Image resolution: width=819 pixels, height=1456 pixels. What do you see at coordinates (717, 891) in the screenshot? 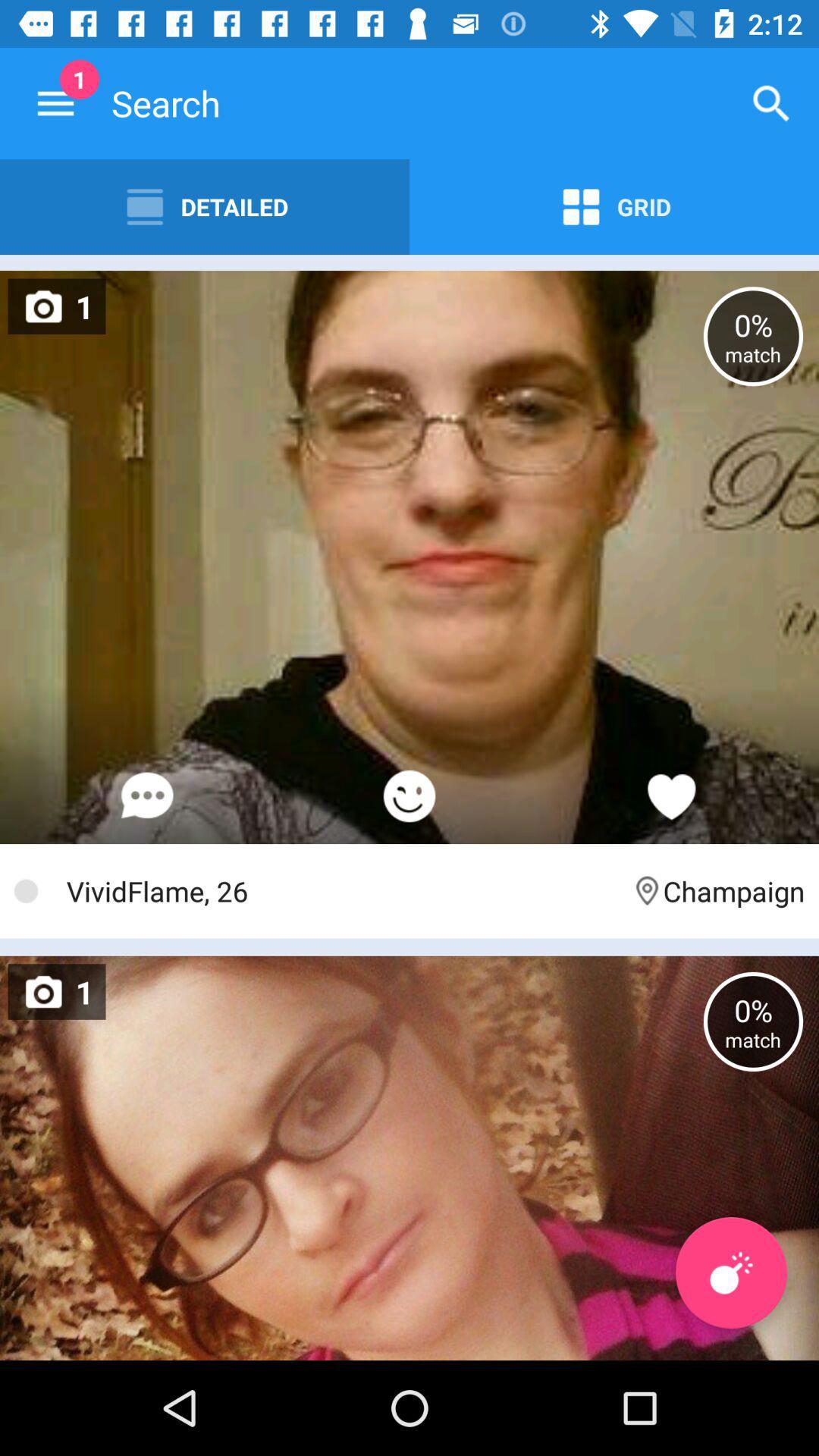
I see `champaign item` at bounding box center [717, 891].